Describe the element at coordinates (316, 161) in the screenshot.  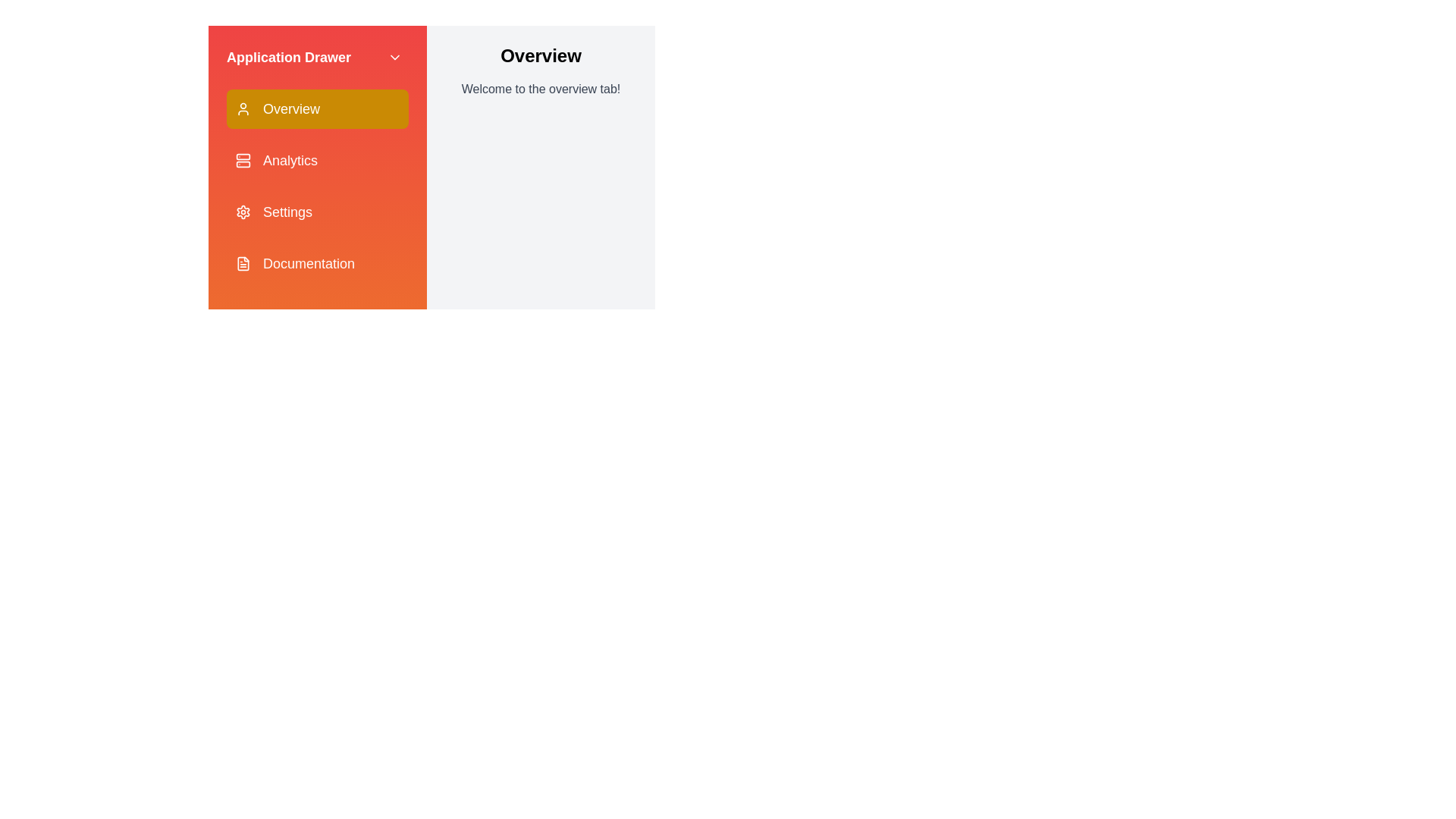
I see `the menu item titled Analytics to observe the hover effect` at that location.